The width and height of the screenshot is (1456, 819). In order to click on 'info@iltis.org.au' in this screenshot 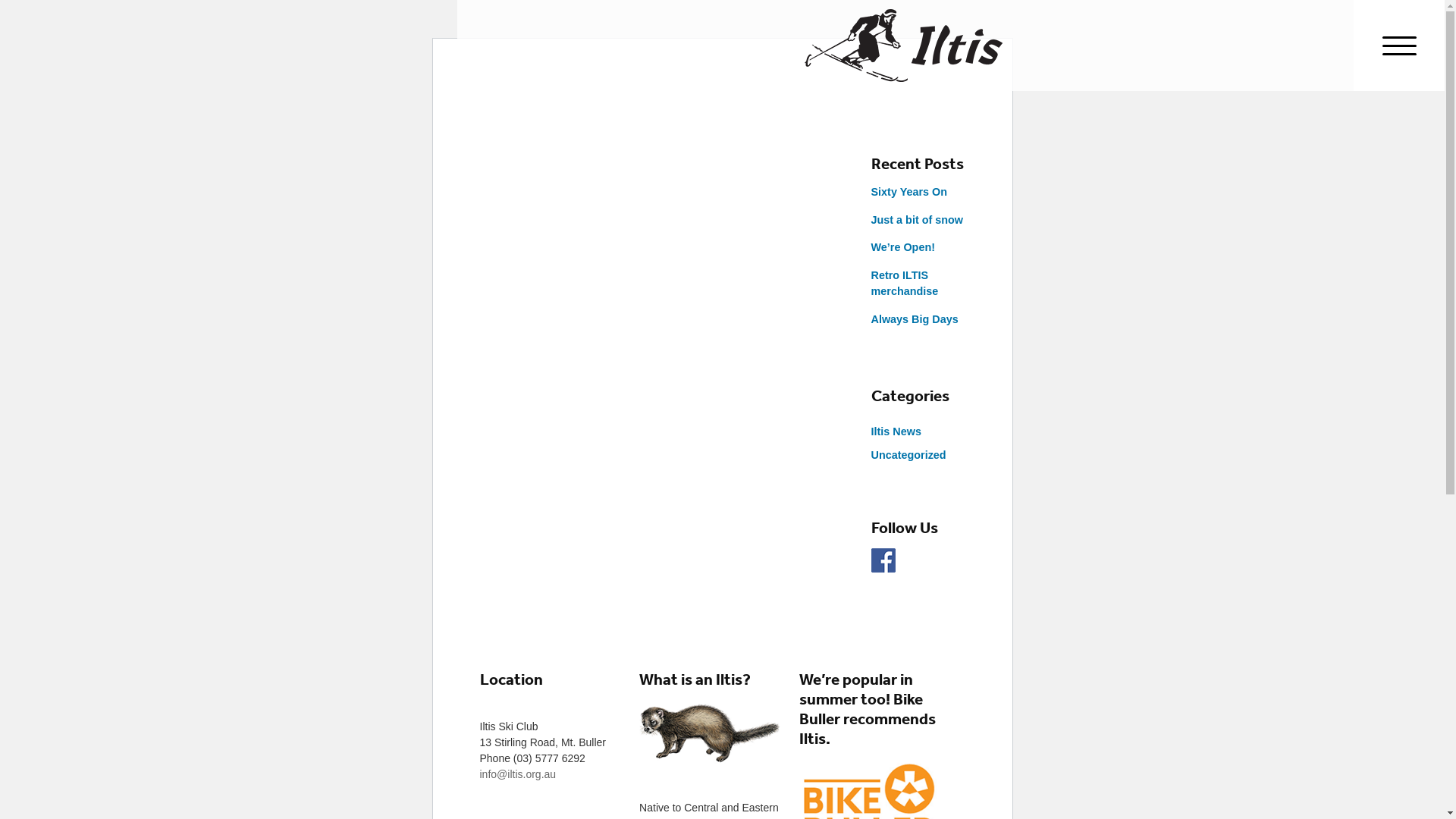, I will do `click(517, 774)`.